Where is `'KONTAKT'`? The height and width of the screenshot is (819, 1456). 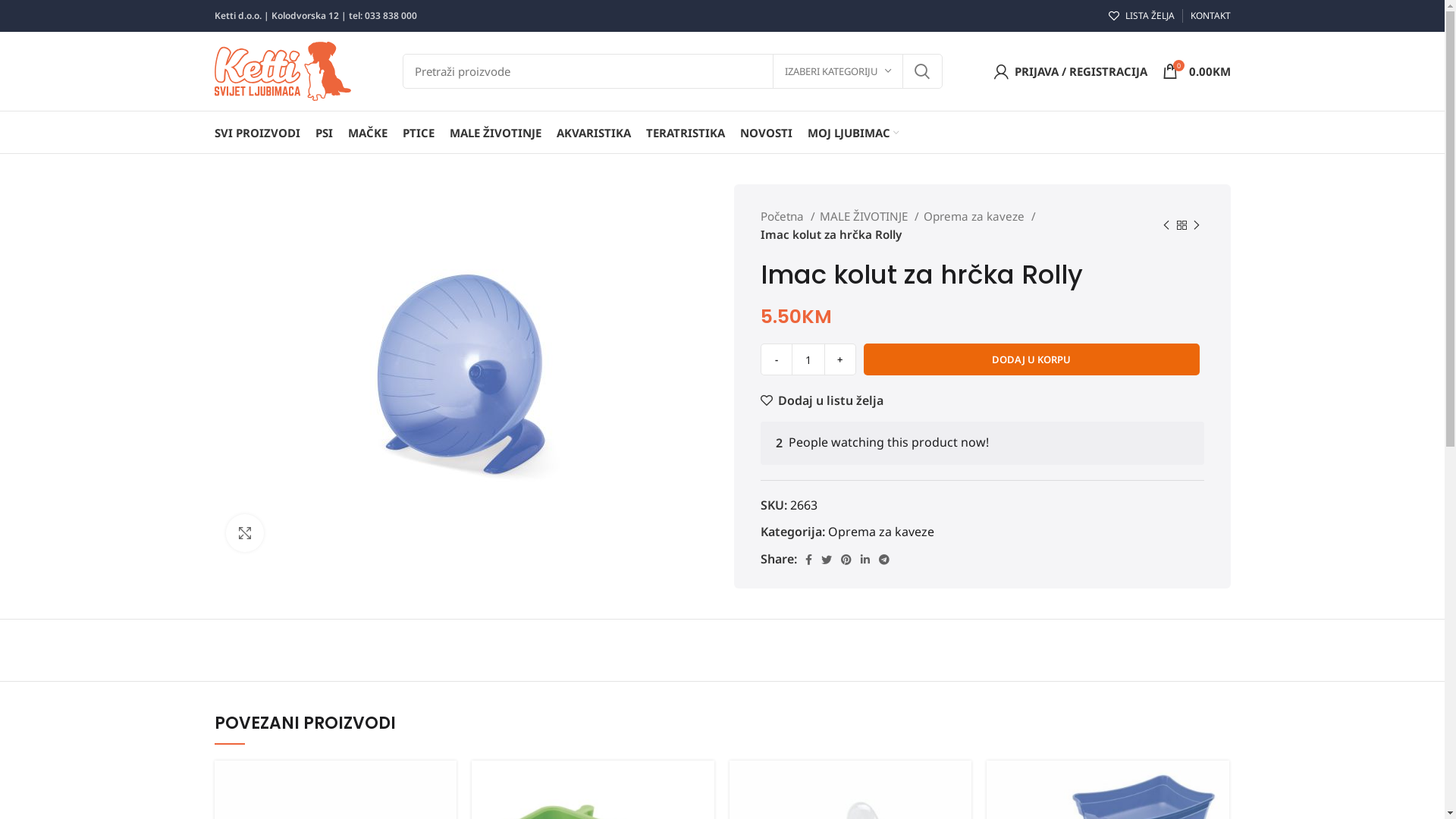 'KONTAKT' is located at coordinates (1209, 15).